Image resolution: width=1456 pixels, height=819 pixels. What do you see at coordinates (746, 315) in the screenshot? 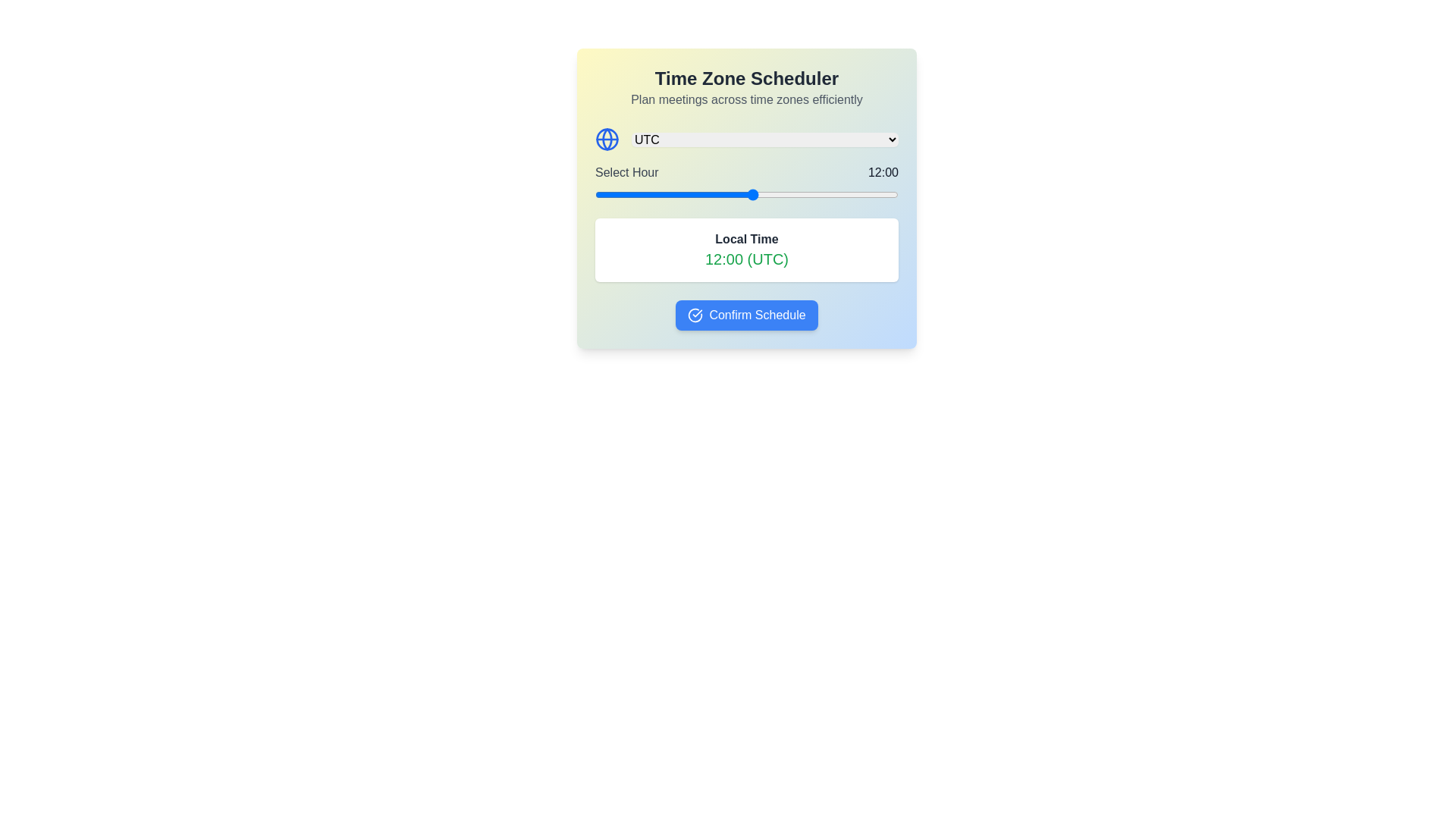
I see `the 'Confirm Schedule' button with a blue background and a checkmark icon to initiate the schedule confirmation` at bounding box center [746, 315].